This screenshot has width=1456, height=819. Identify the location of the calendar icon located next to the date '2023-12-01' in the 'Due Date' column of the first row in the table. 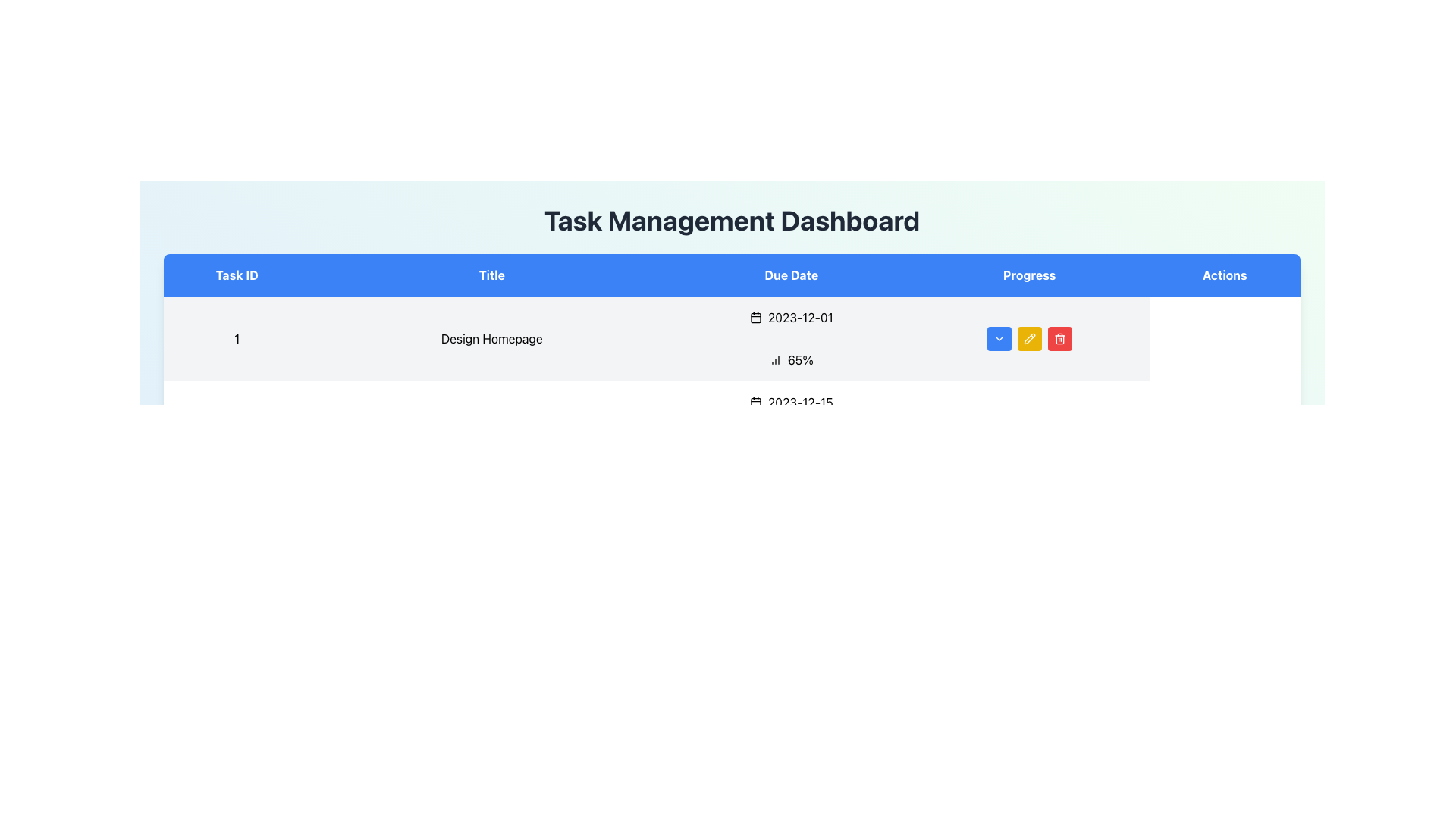
(755, 317).